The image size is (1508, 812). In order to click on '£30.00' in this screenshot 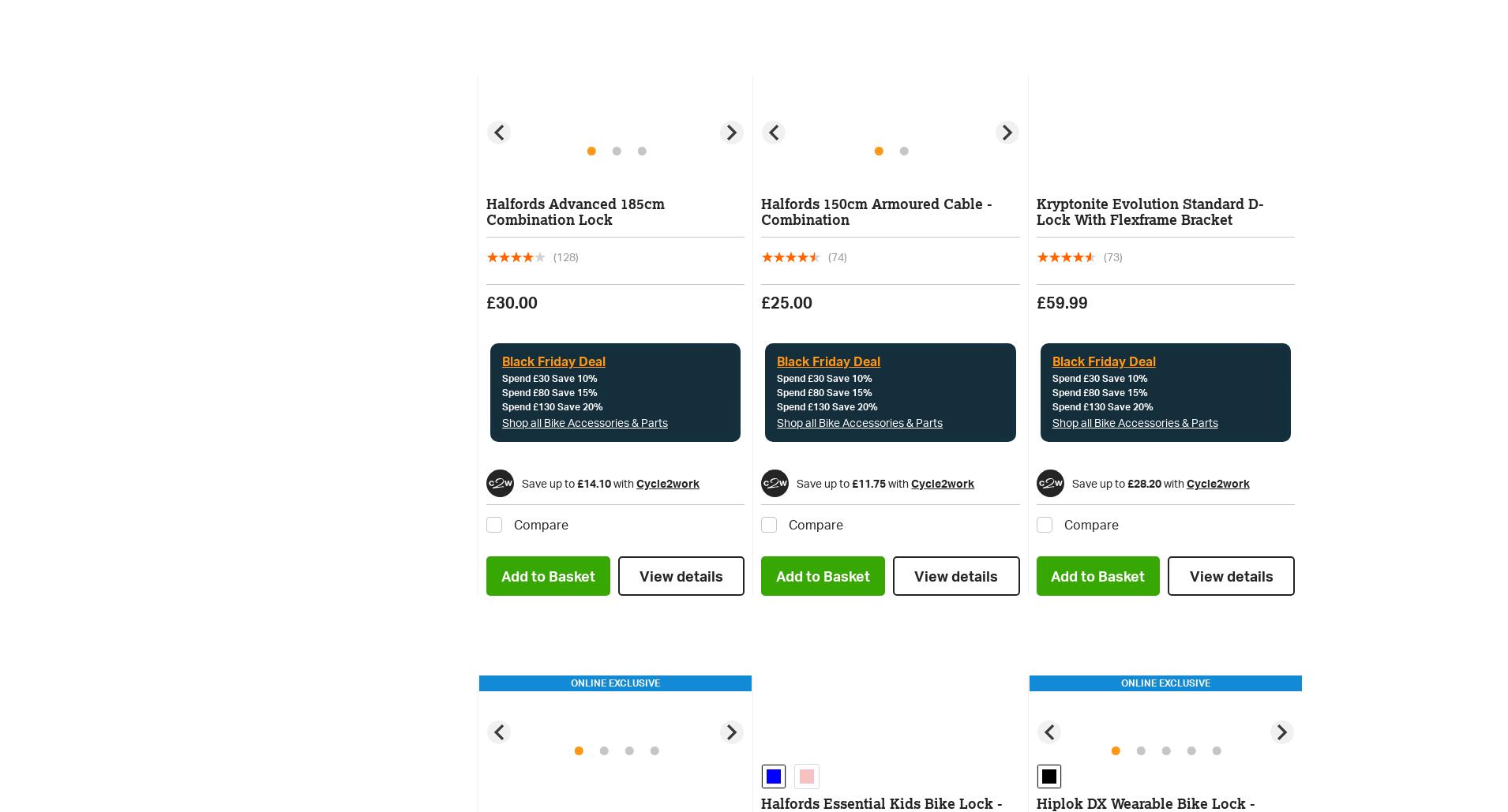, I will do `click(486, 301)`.